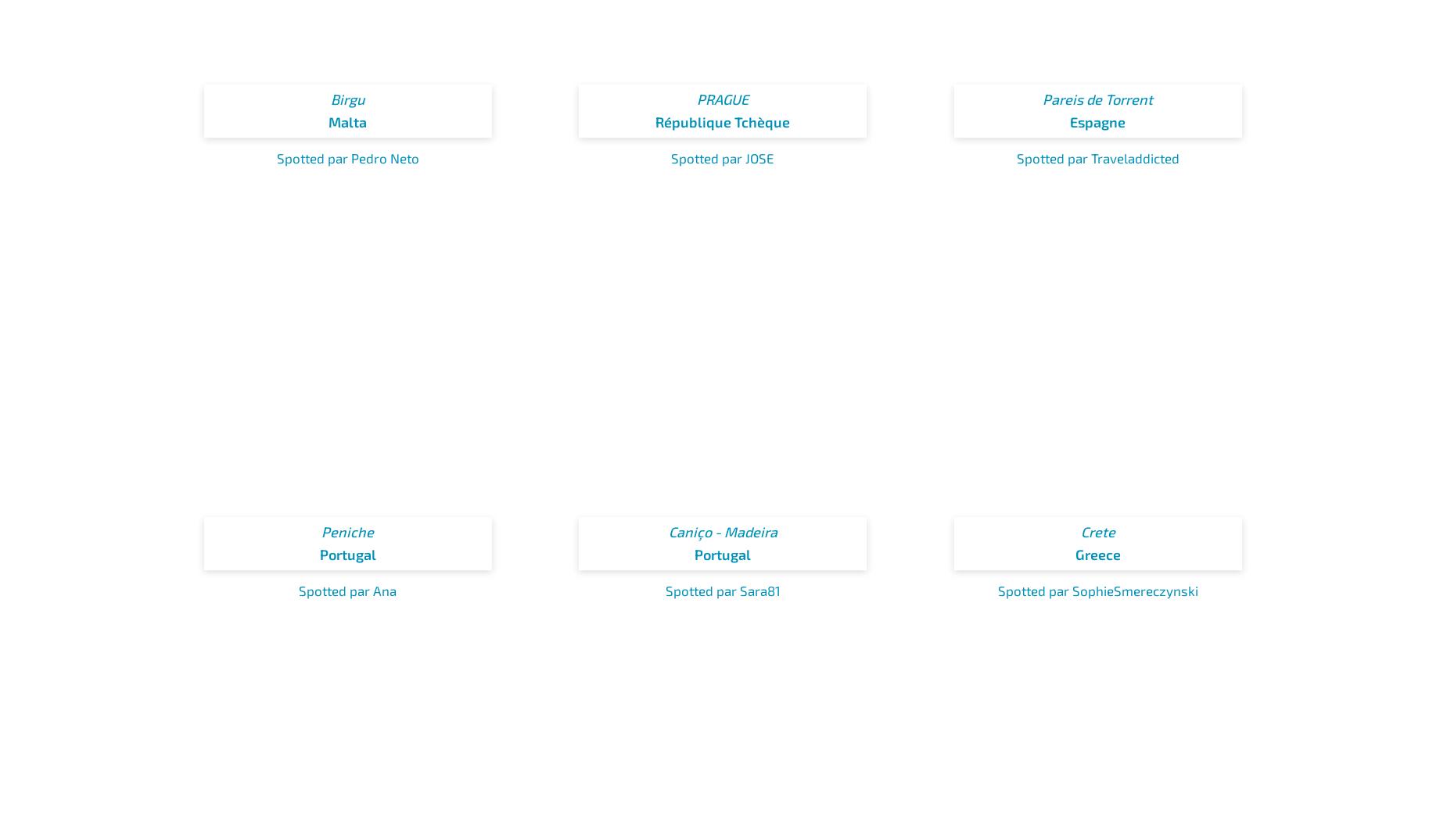 The width and height of the screenshot is (1447, 840). What do you see at coordinates (346, 157) in the screenshot?
I see `'Spotted par Pedro Neto'` at bounding box center [346, 157].